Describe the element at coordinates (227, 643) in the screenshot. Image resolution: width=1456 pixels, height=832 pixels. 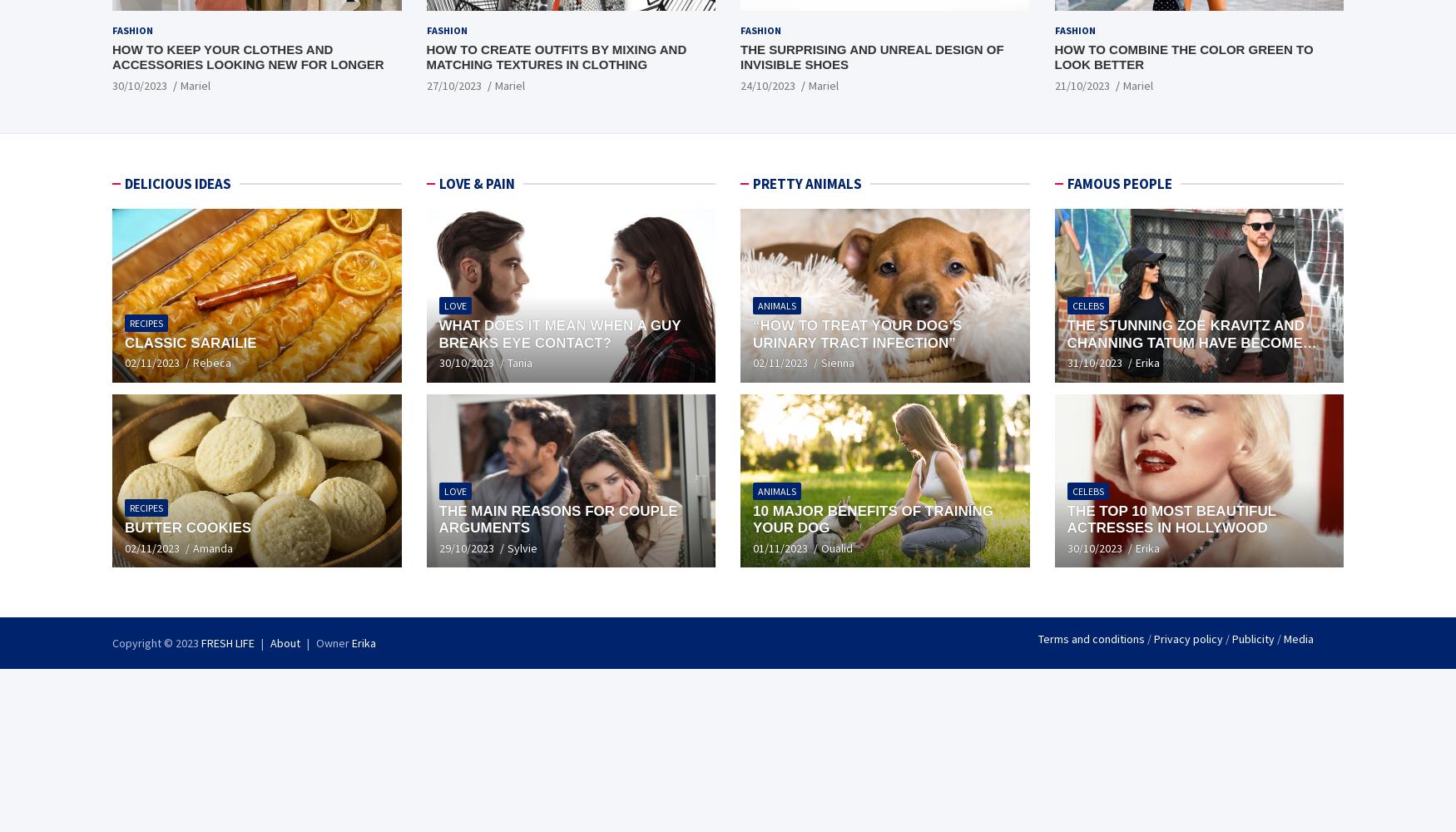
I see `'FRESH LIFE'` at that location.